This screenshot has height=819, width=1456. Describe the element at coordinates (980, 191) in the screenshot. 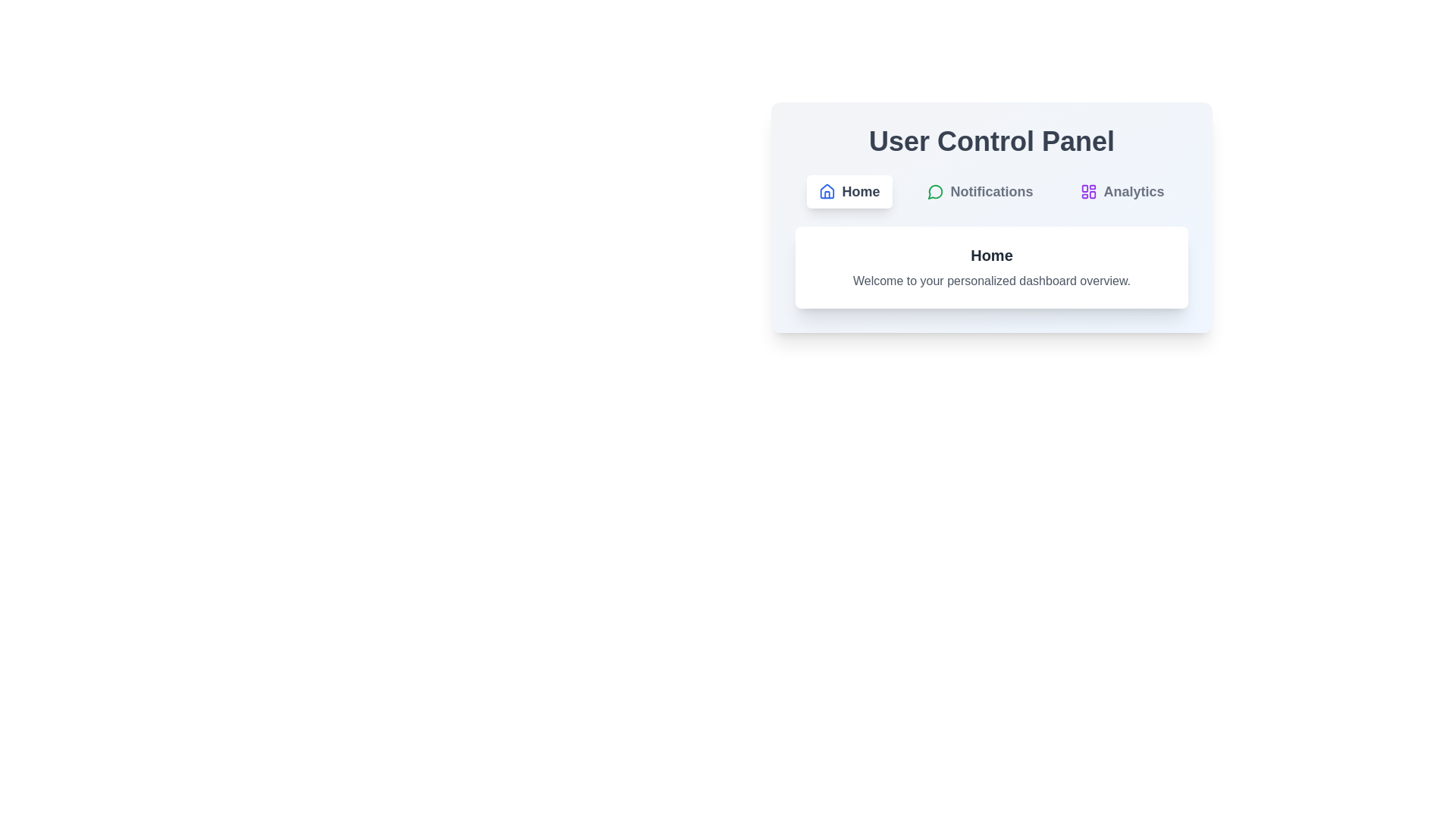

I see `the Notifications tab by clicking on its button` at that location.